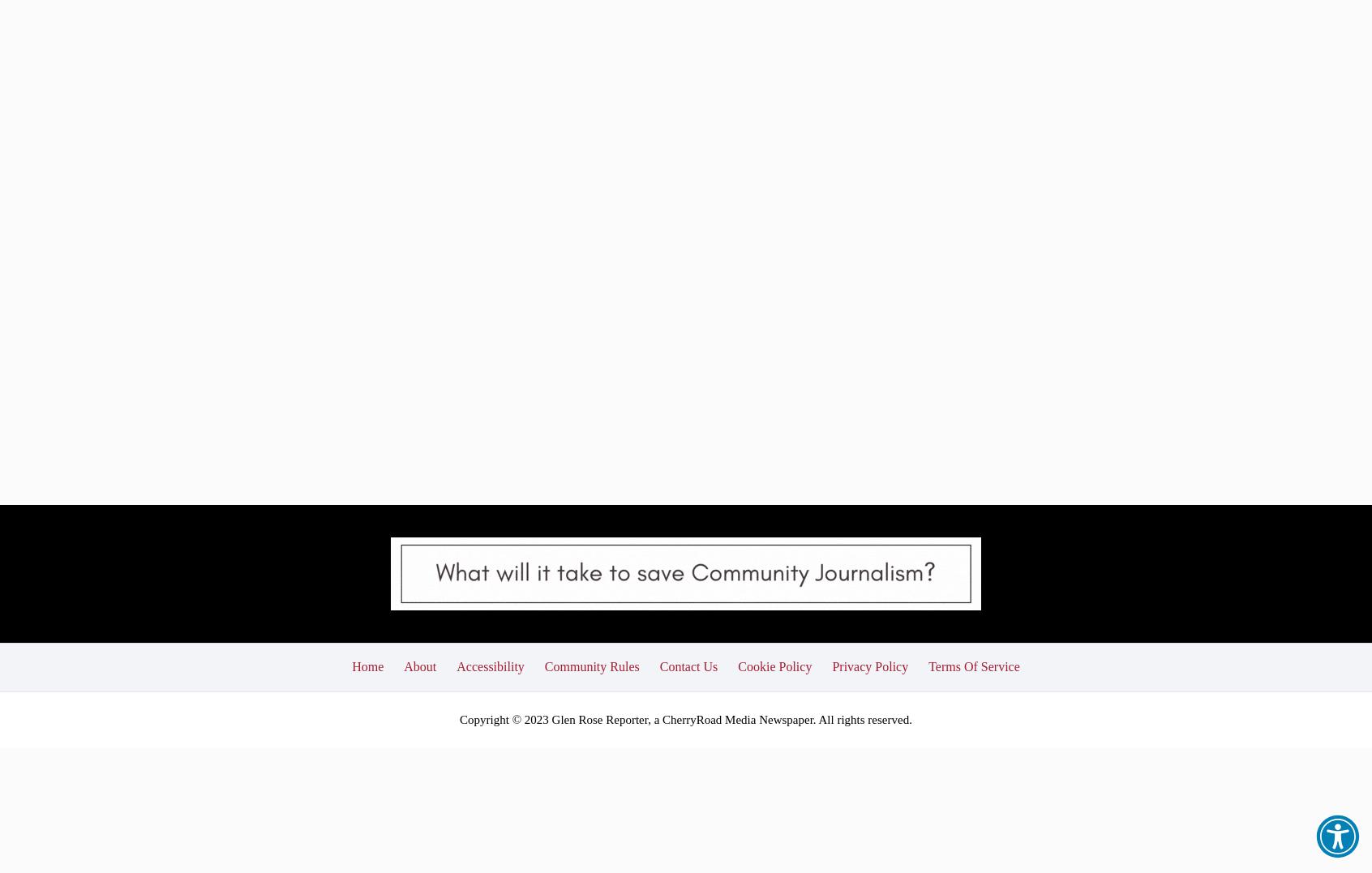 Image resolution: width=1372 pixels, height=873 pixels. What do you see at coordinates (774, 541) in the screenshot?
I see `'Cookie Policy'` at bounding box center [774, 541].